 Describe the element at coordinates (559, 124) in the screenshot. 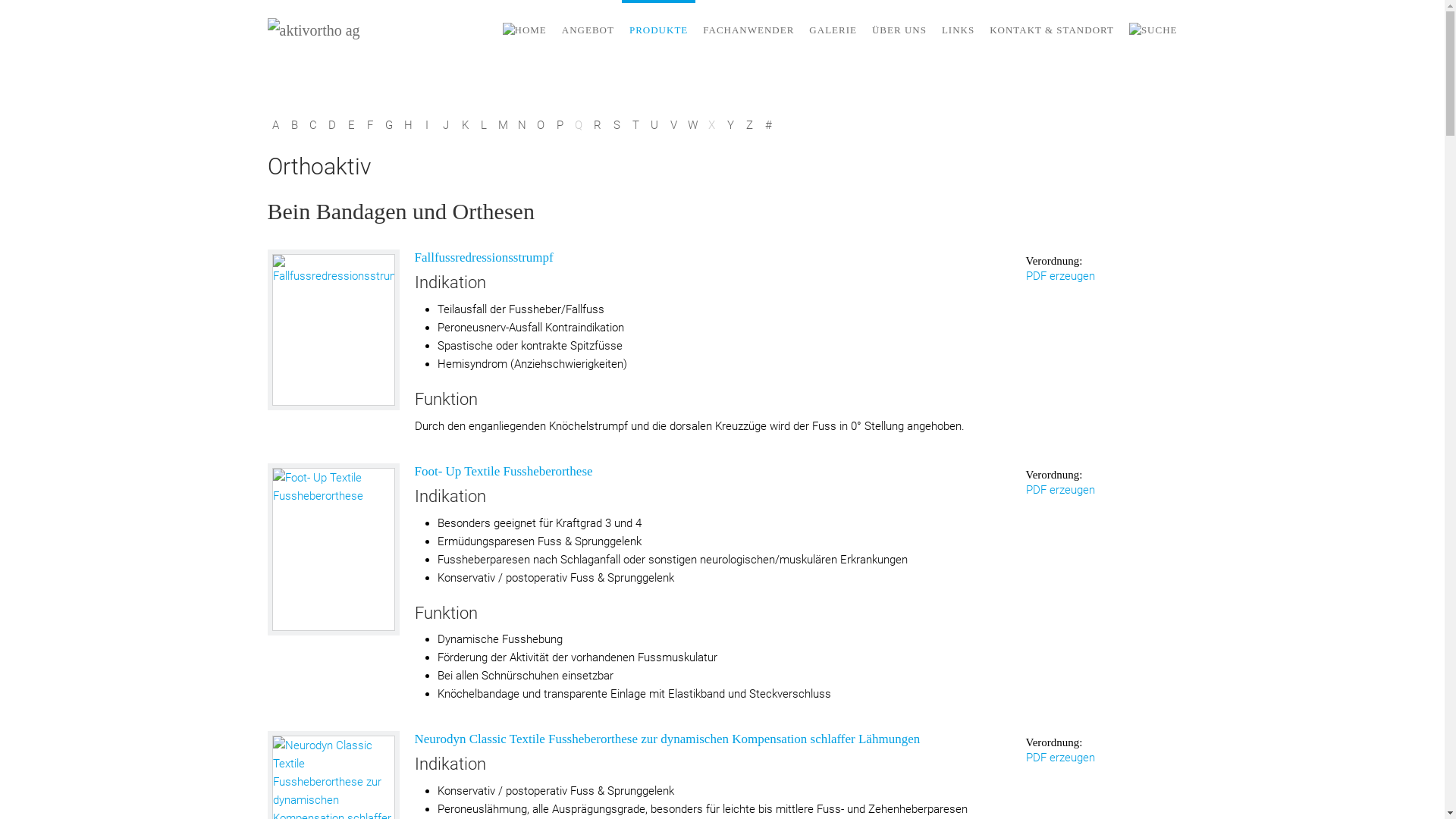

I see `'P'` at that location.